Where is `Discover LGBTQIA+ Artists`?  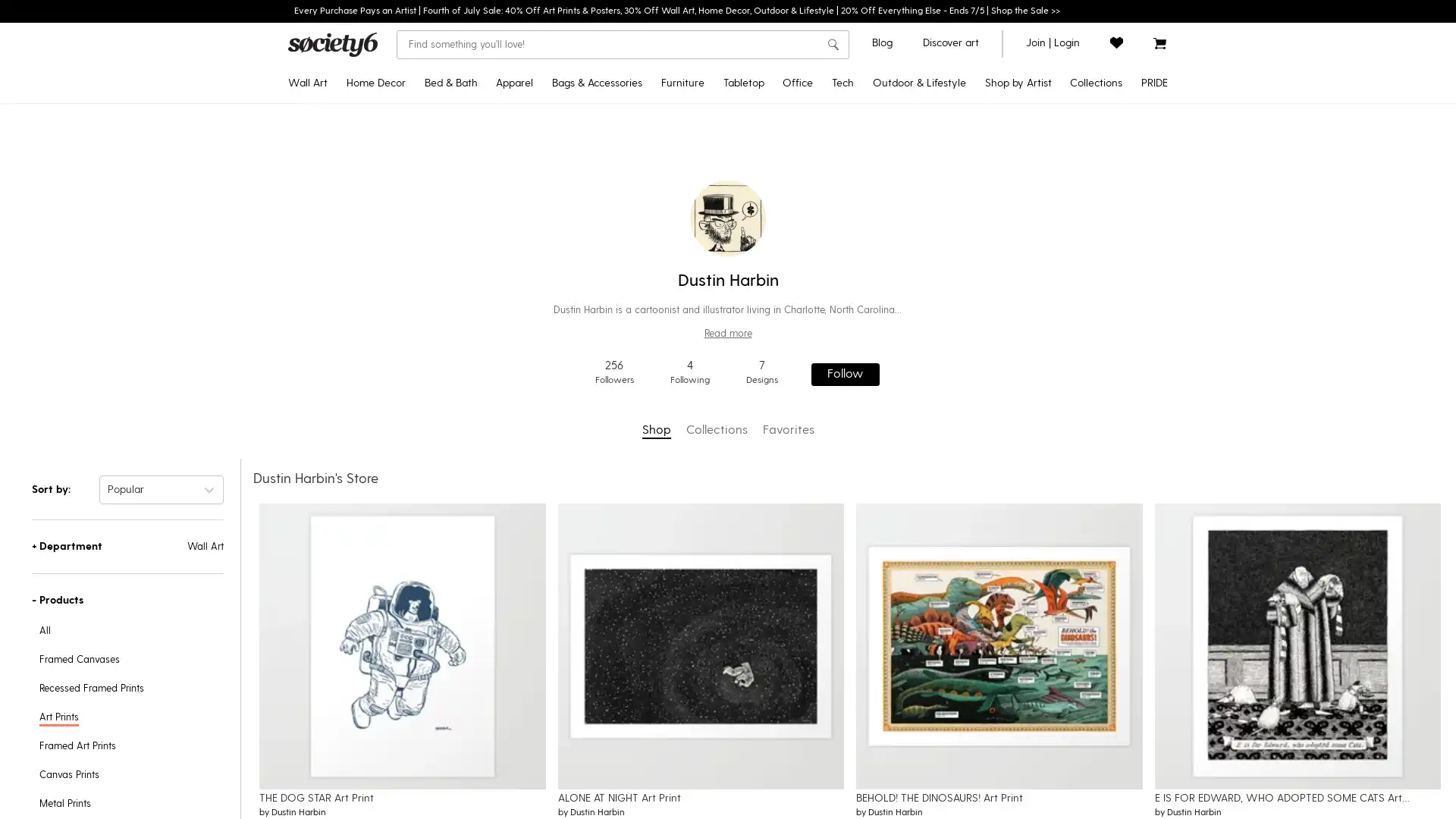
Discover LGBTQIA+ Artists is located at coordinates (977, 243).